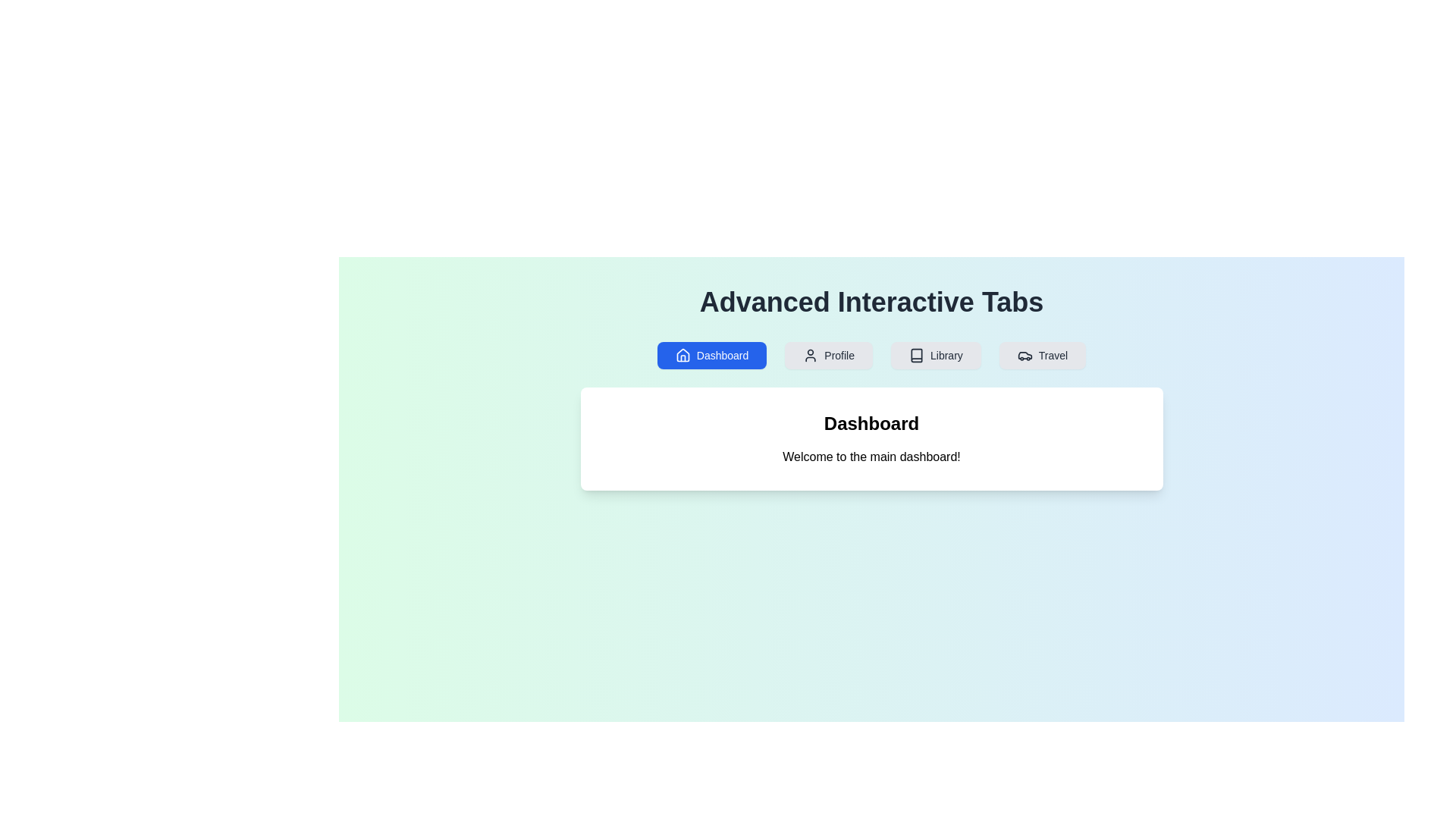  Describe the element at coordinates (916, 356) in the screenshot. I see `properties of the 'Library' icon that is visually represented as a book and located in the third tab of the navigation bar below the title 'Advanced Interactive Tabs'` at that location.